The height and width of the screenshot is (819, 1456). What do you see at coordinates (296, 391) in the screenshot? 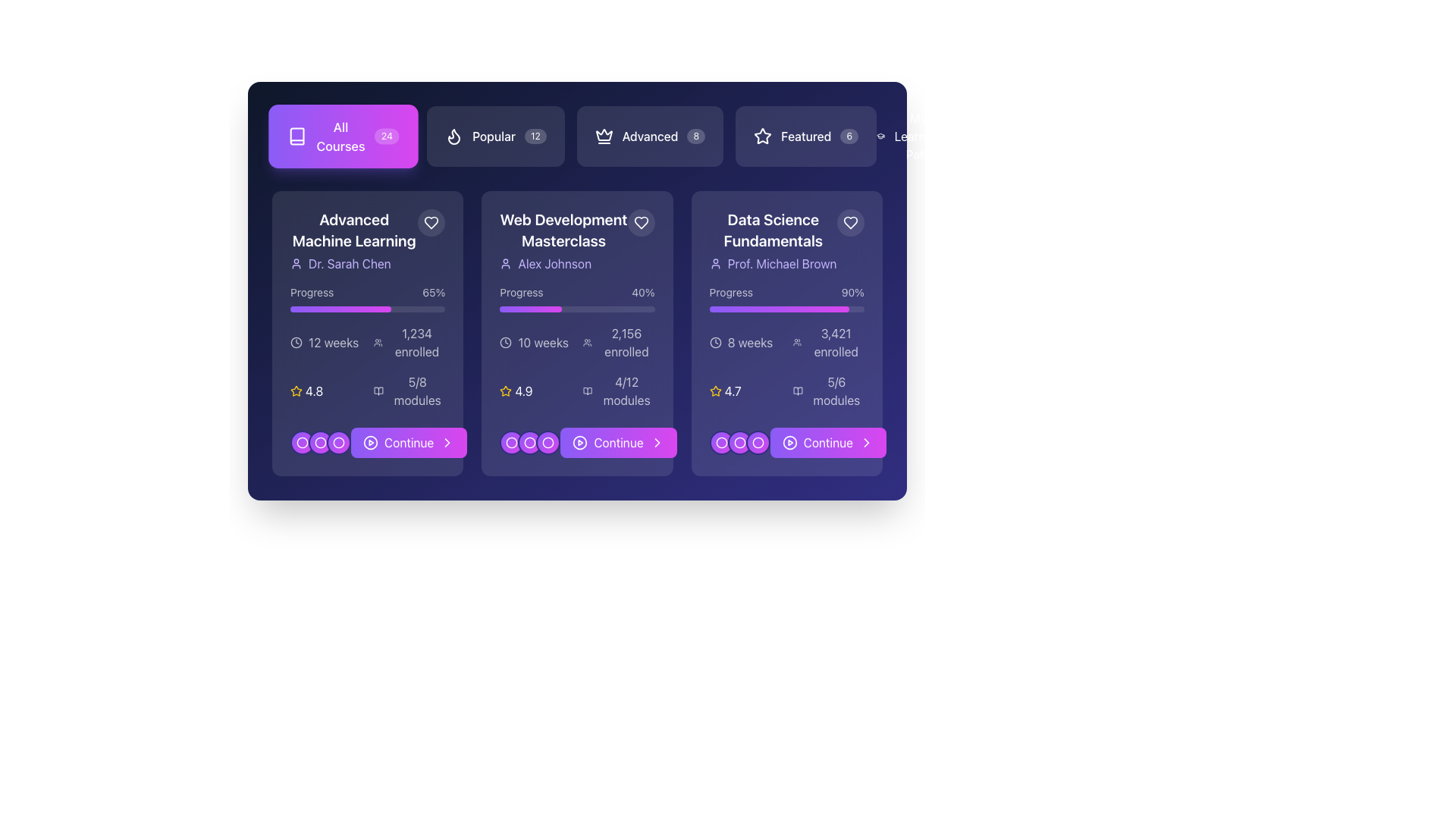
I see `the star icon located in the first card of the displayed list, adjacent to the text '4.8', to provide interaction feedback` at bounding box center [296, 391].